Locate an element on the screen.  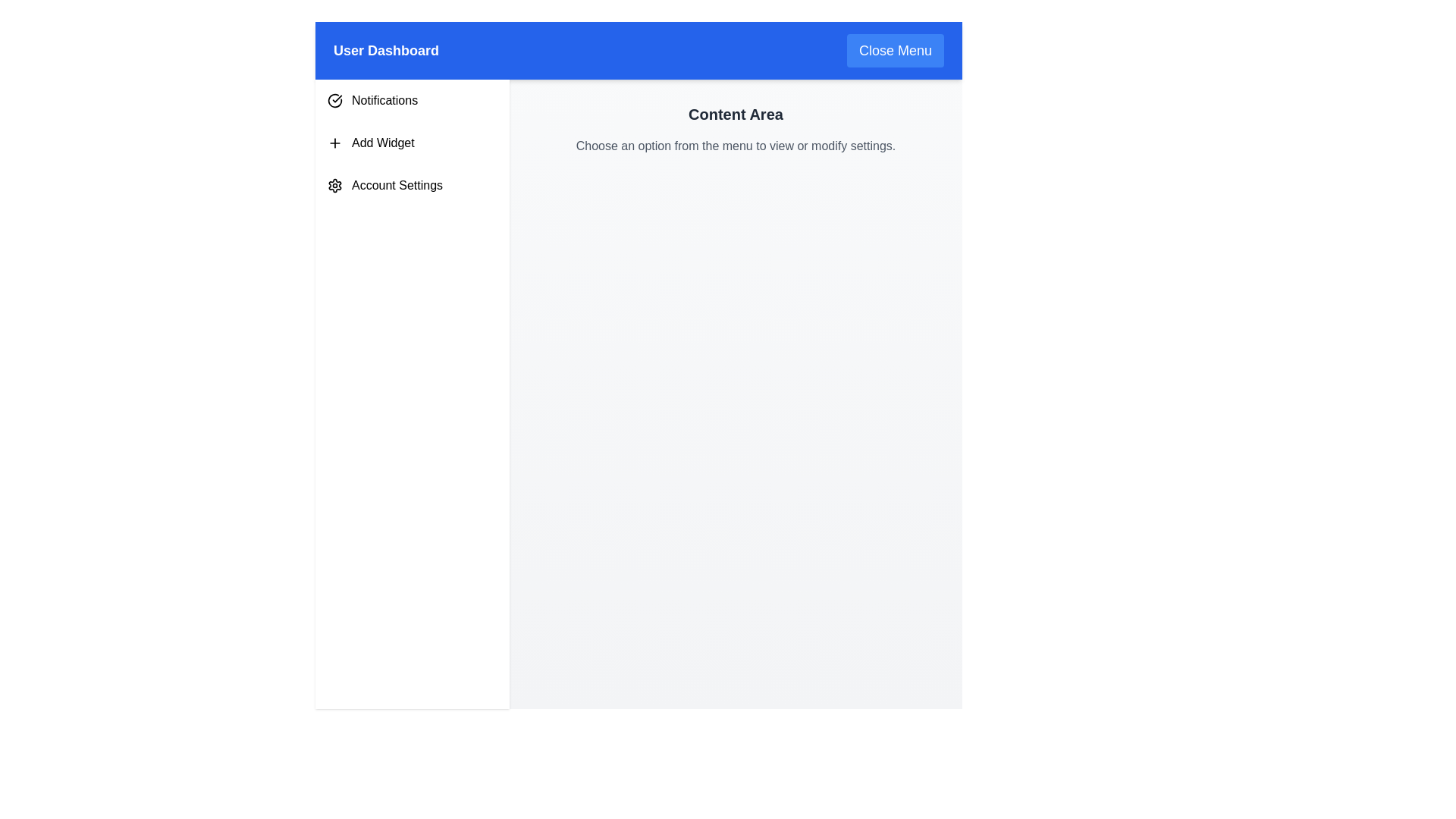
the 'Account Settings' icon located in the sidebar, which serves as a visual representation for account-related options is located at coordinates (334, 185).